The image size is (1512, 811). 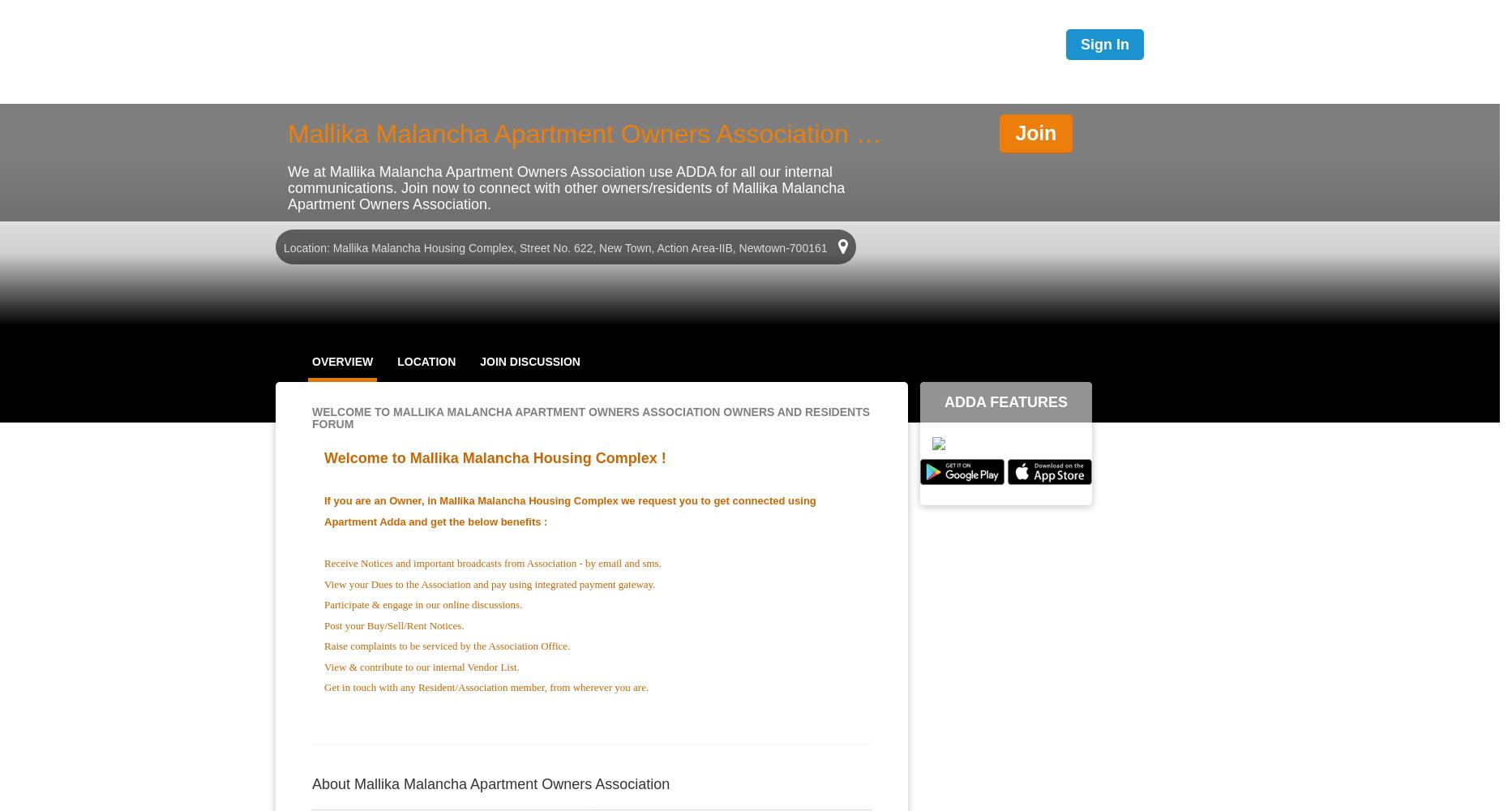 I want to click on 'Join', so click(x=1034, y=133).